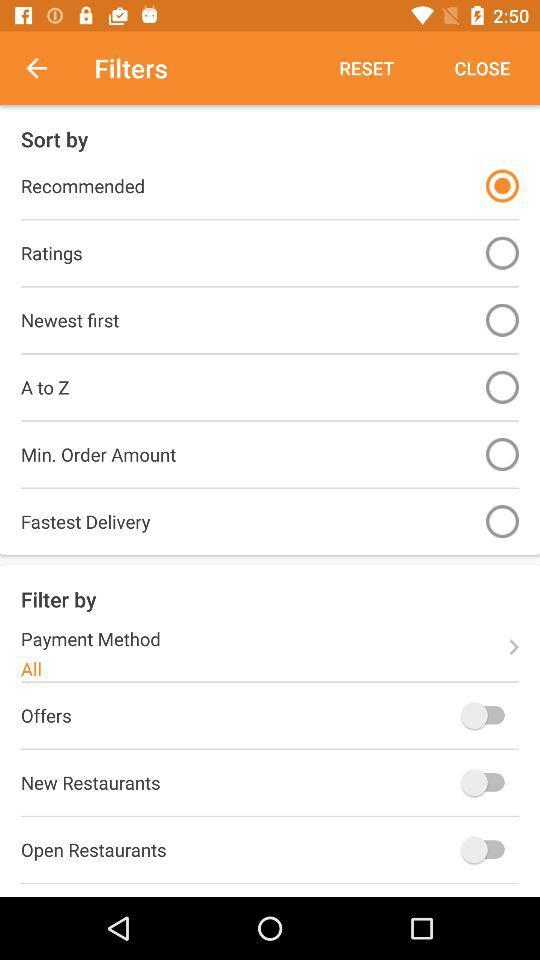  Describe the element at coordinates (486, 782) in the screenshot. I see `new restaurants on` at that location.